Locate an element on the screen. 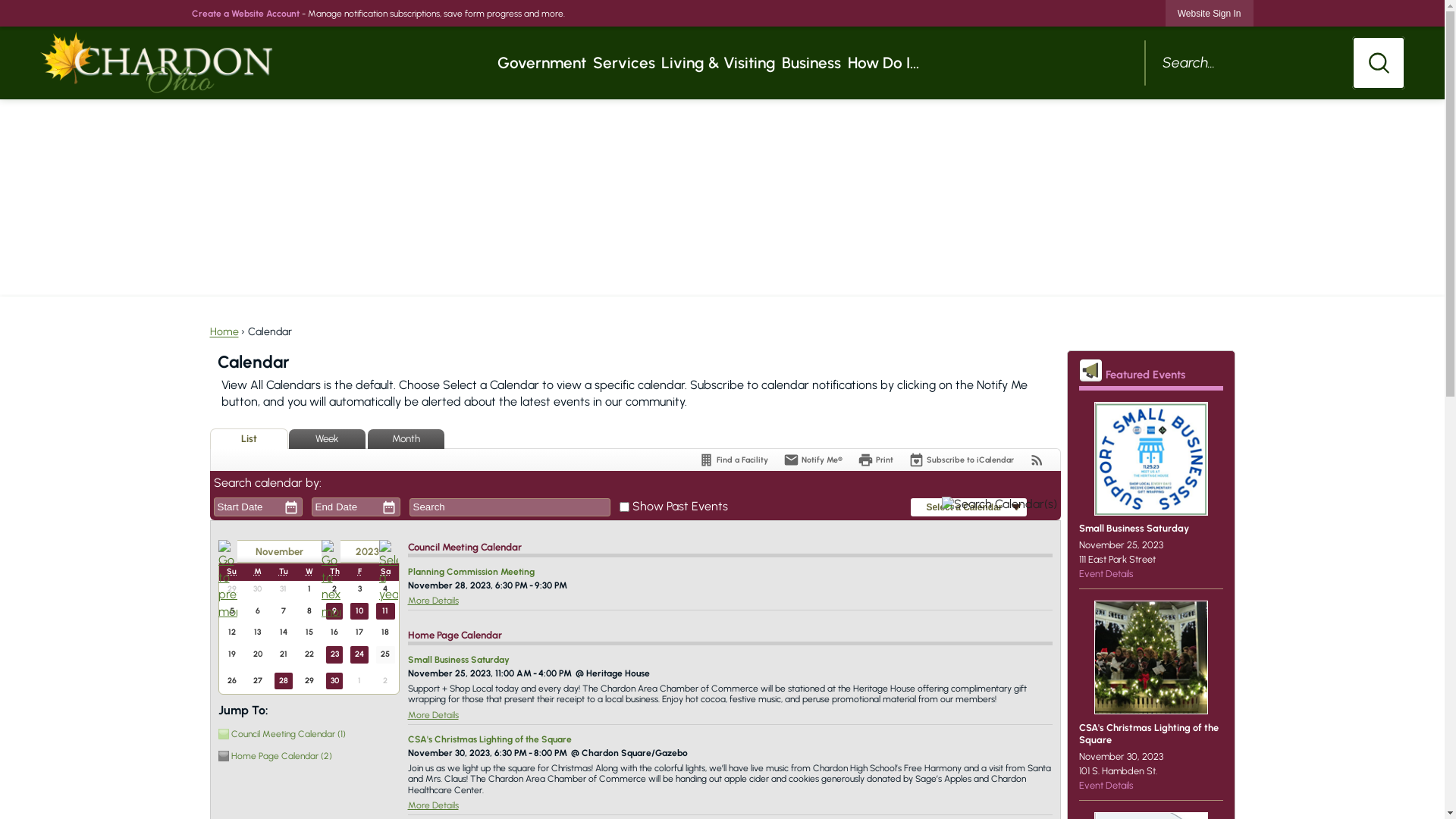  'End Date' is located at coordinates (343, 507).